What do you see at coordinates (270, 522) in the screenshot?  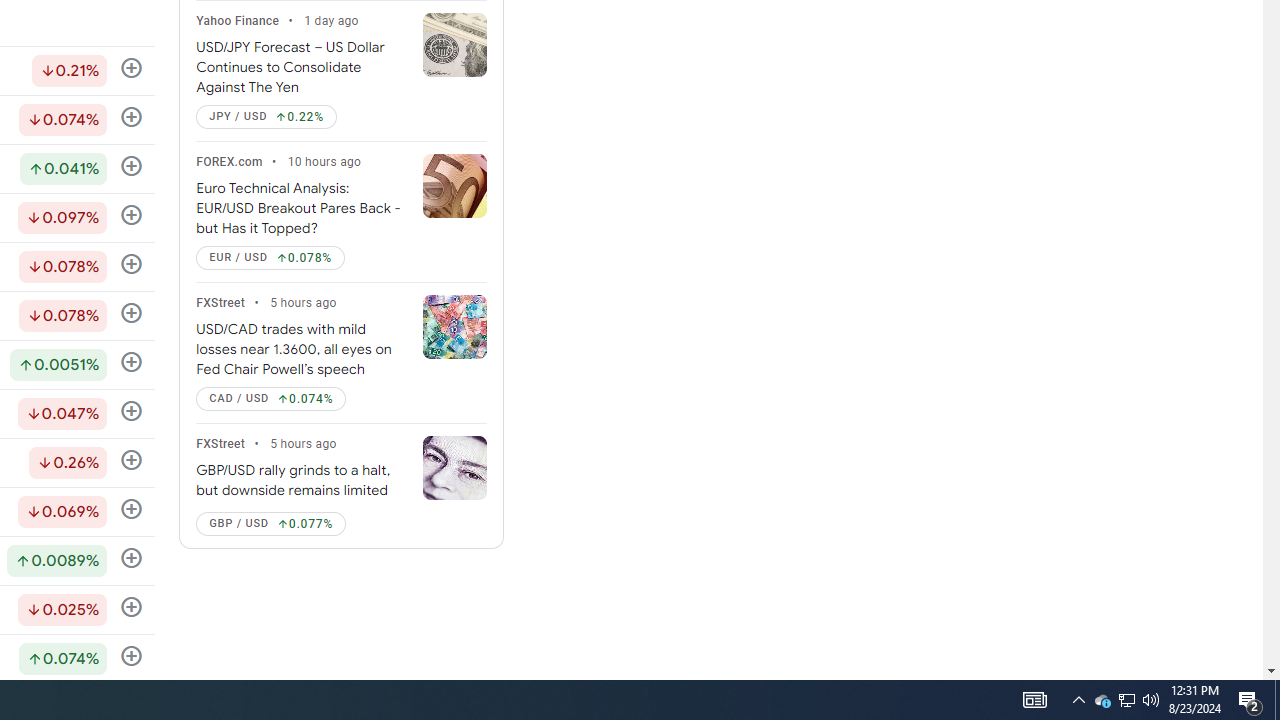 I see `'GBP / USD Up by 0.077%'` at bounding box center [270, 522].